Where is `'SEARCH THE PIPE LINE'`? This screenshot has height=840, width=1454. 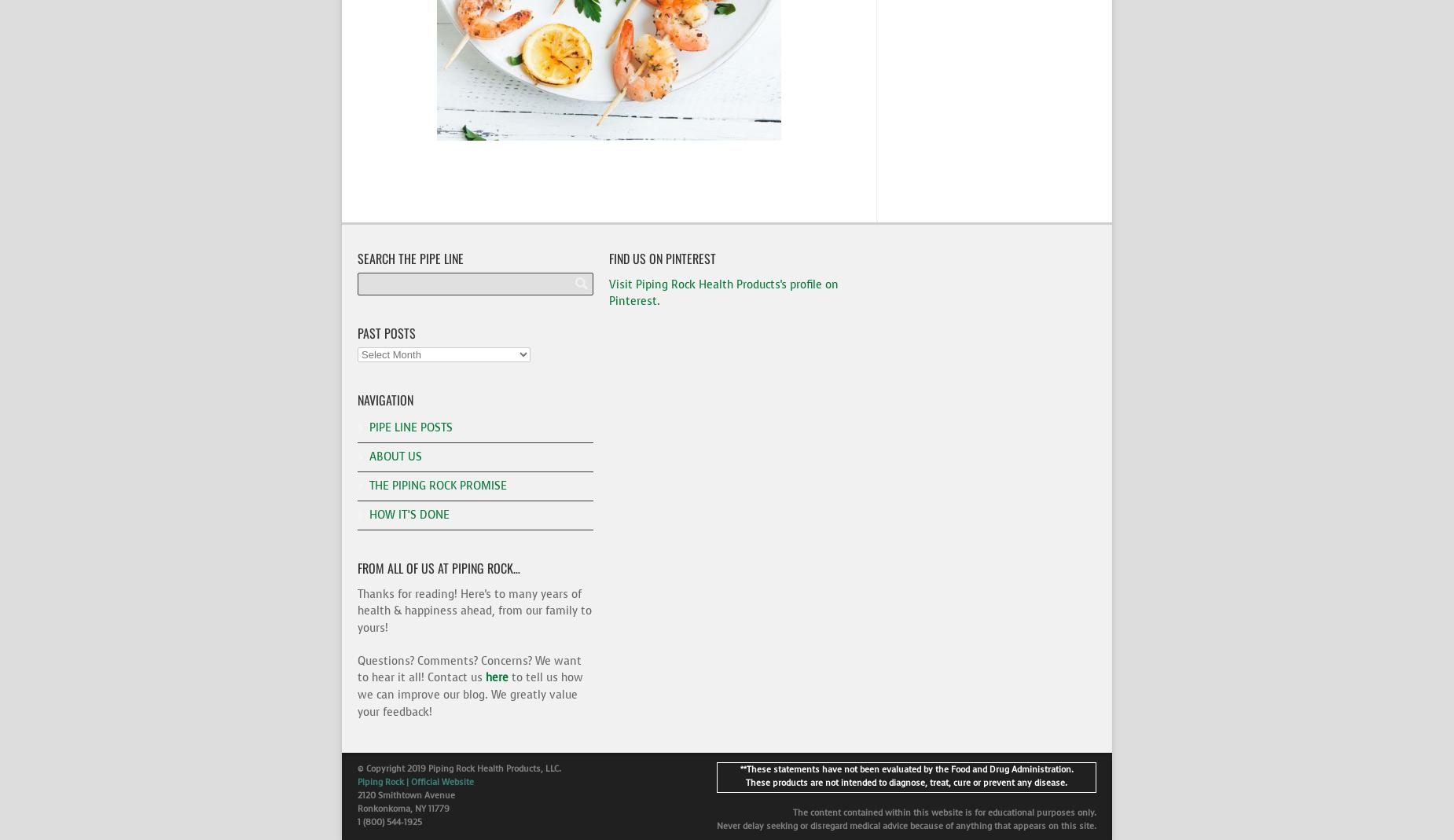 'SEARCH THE PIPE LINE' is located at coordinates (410, 257).